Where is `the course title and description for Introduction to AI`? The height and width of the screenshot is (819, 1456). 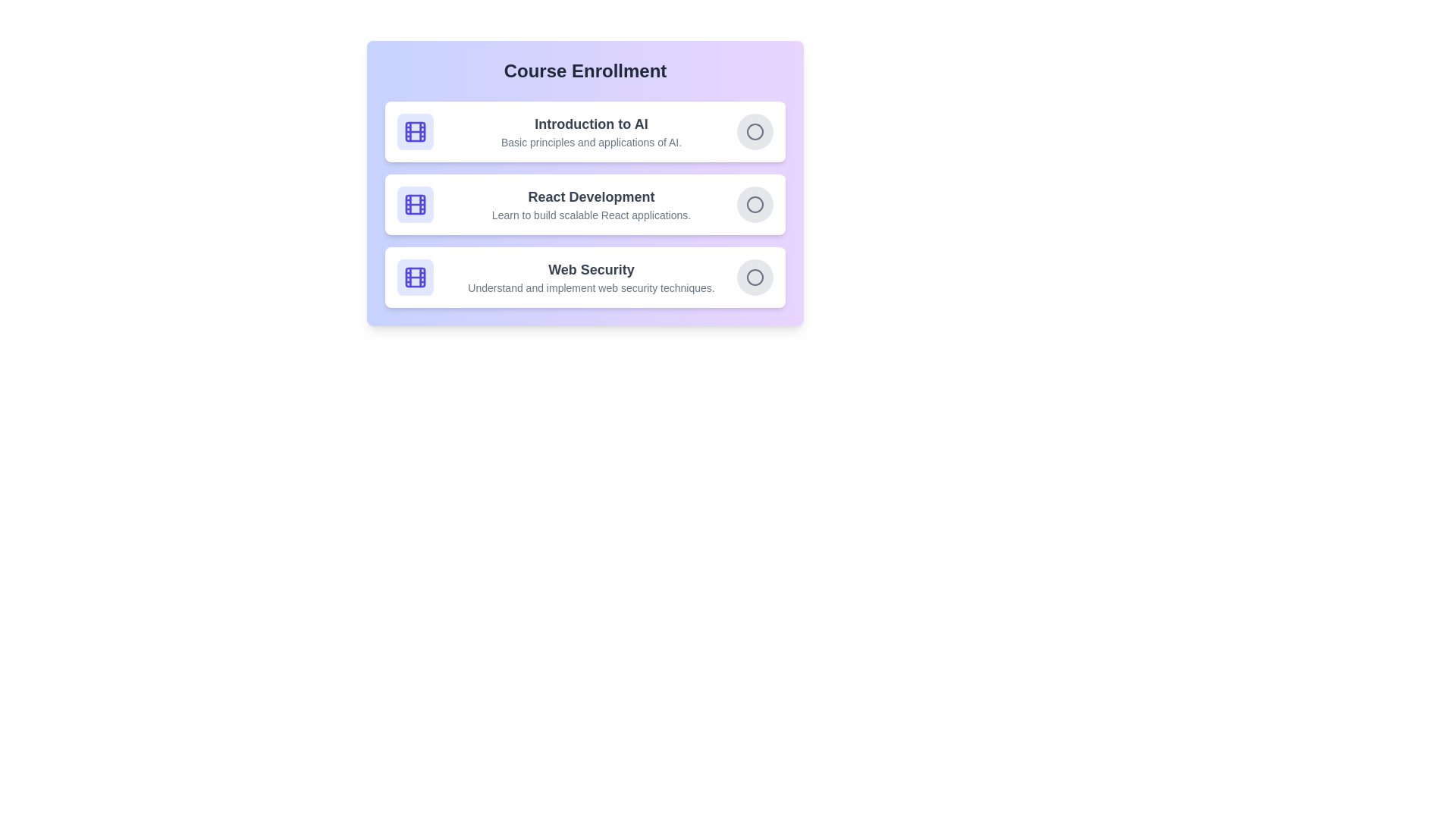
the course title and description for Introduction to AI is located at coordinates (590, 124).